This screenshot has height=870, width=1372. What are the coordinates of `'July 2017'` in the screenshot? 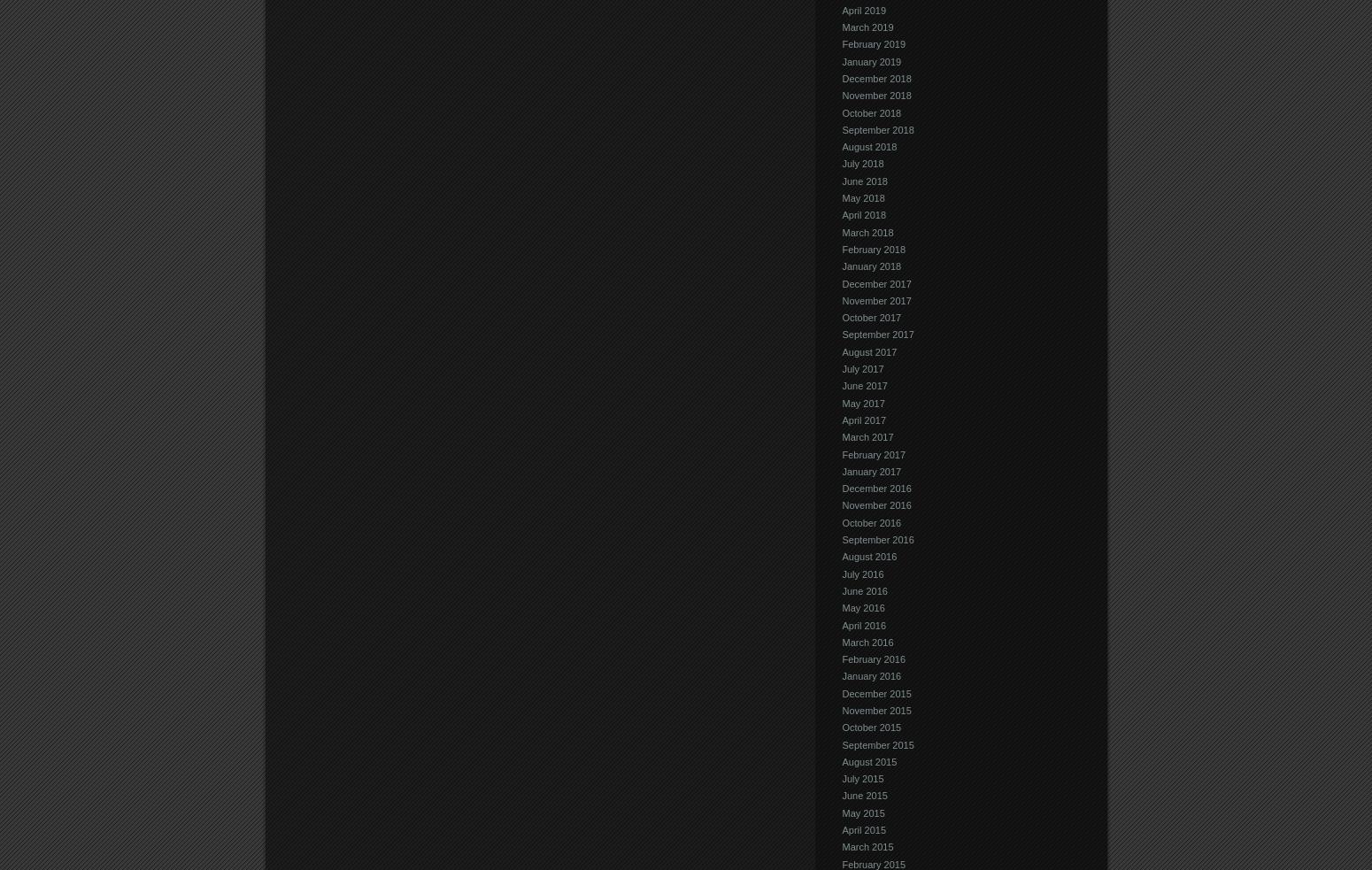 It's located at (861, 367).